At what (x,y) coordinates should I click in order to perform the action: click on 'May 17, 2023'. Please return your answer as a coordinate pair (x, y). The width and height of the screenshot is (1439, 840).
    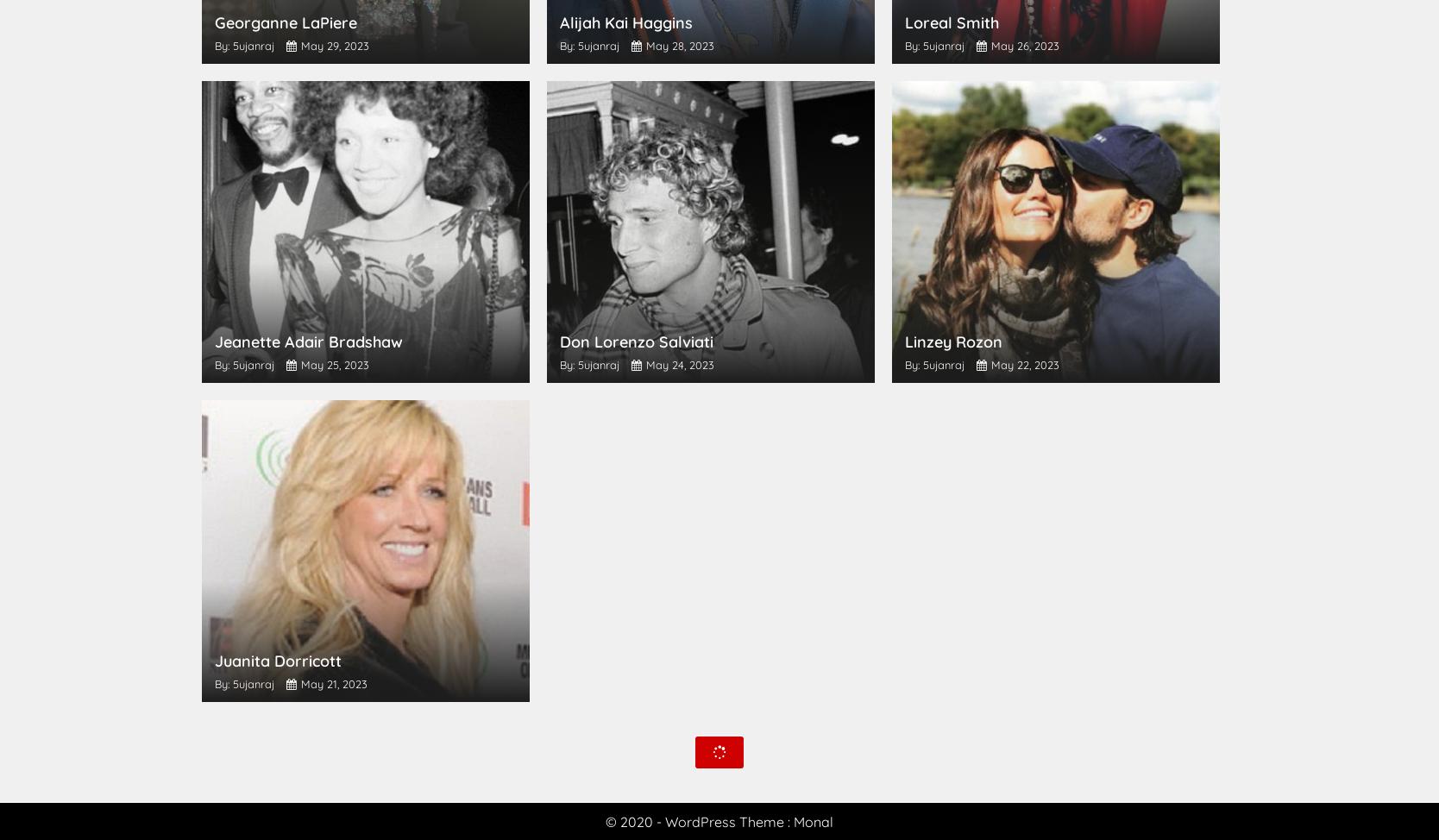
    Looking at the image, I should click on (1021, 683).